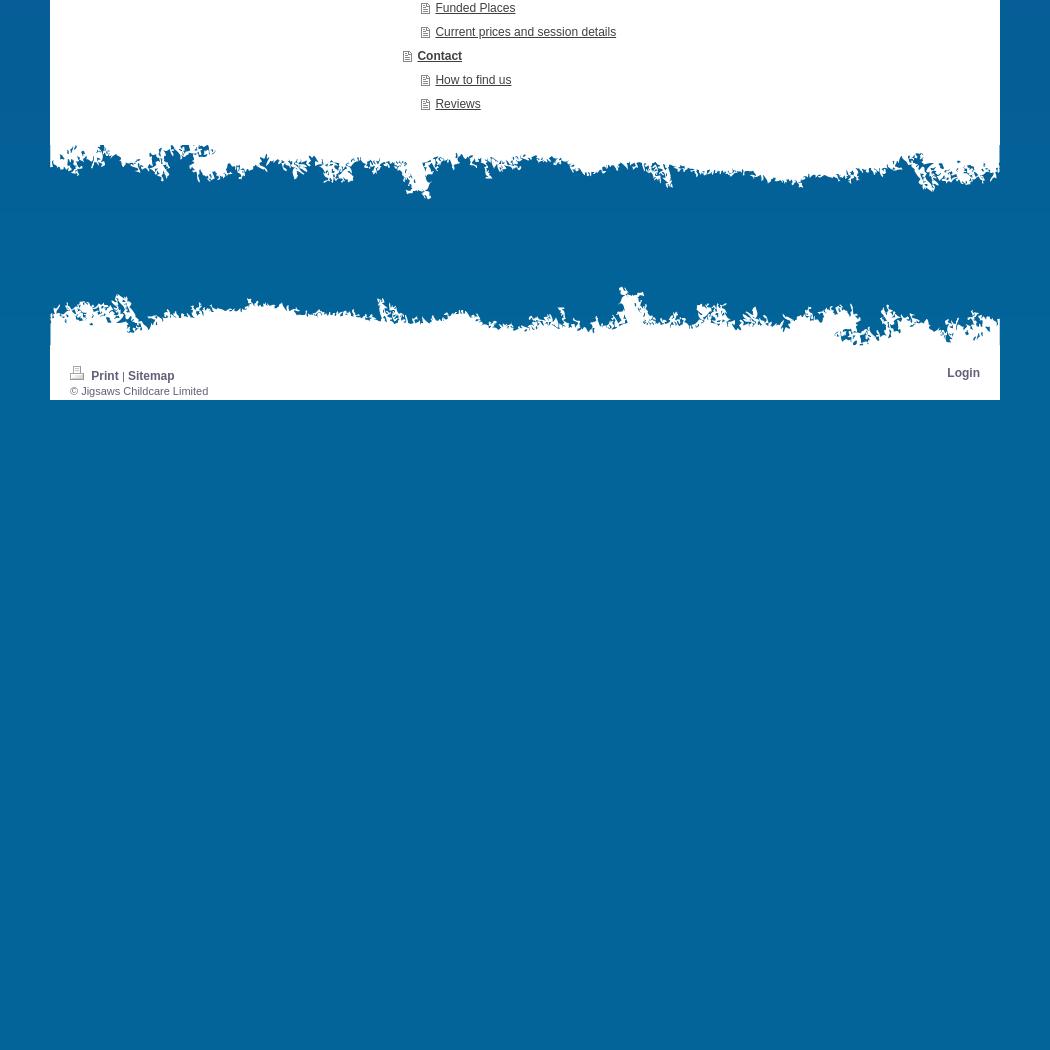 The height and width of the screenshot is (1050, 1050). What do you see at coordinates (473, 78) in the screenshot?
I see `'How to find us'` at bounding box center [473, 78].